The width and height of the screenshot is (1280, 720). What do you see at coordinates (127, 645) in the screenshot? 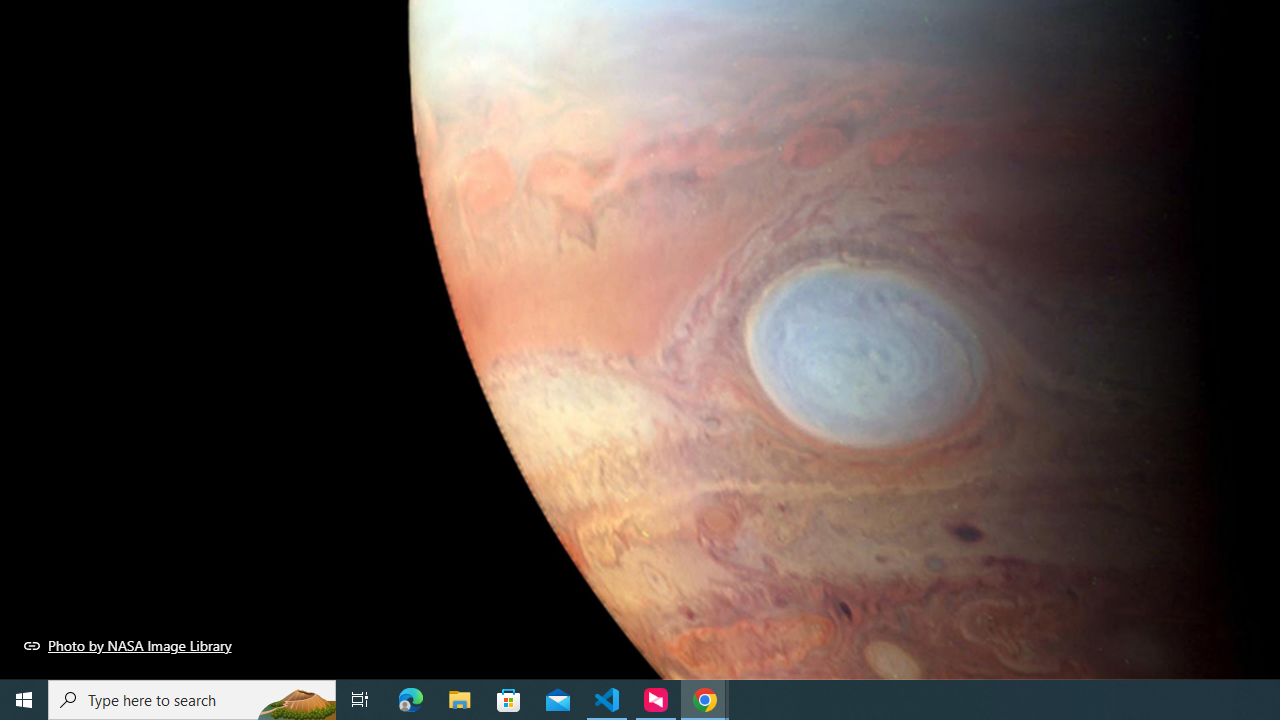
I see `'Photo by NASA Image Library'` at bounding box center [127, 645].